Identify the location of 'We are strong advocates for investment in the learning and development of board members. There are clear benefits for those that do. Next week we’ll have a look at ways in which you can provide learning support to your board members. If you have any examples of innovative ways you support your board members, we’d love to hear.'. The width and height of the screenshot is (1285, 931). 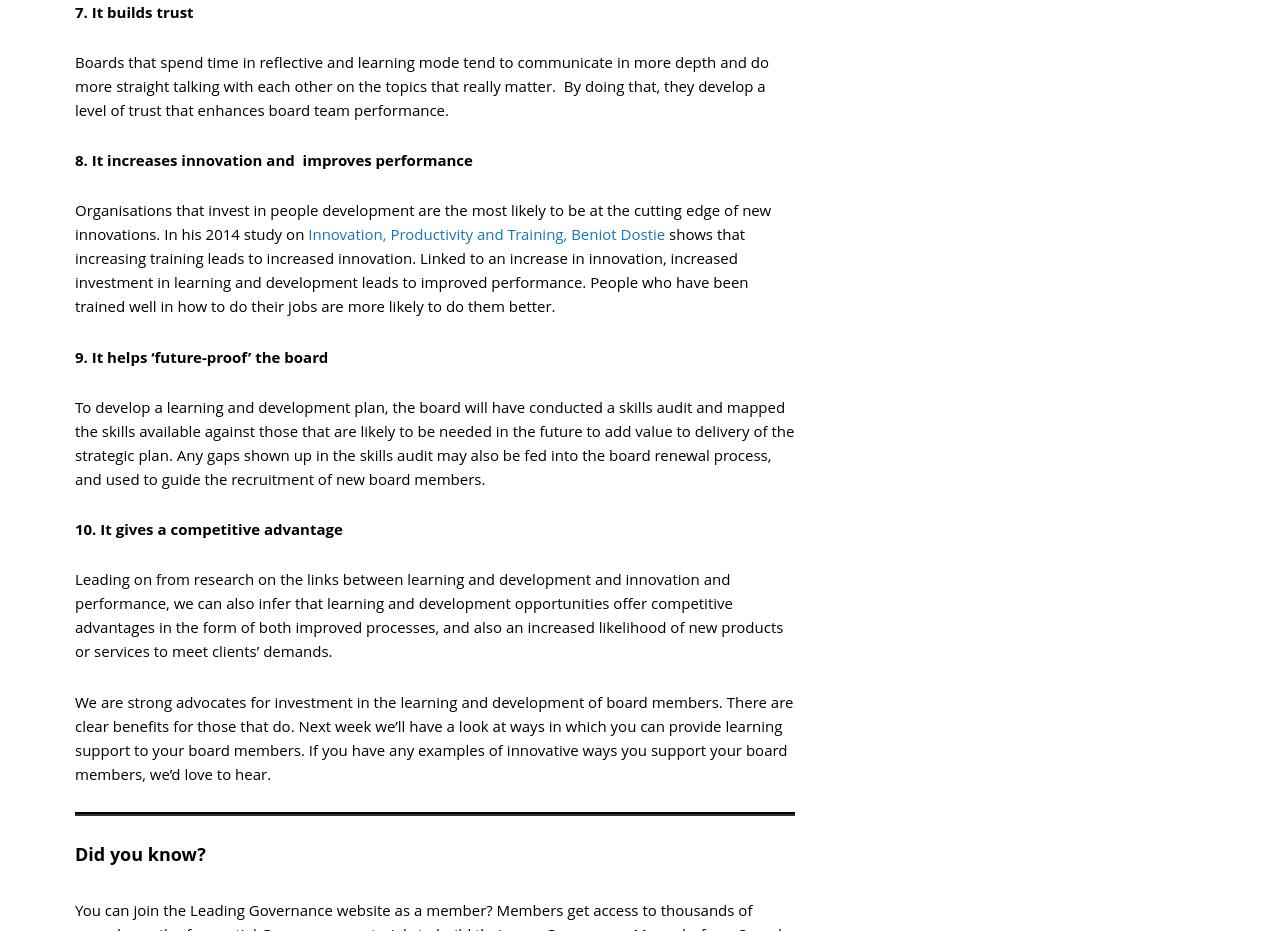
(433, 736).